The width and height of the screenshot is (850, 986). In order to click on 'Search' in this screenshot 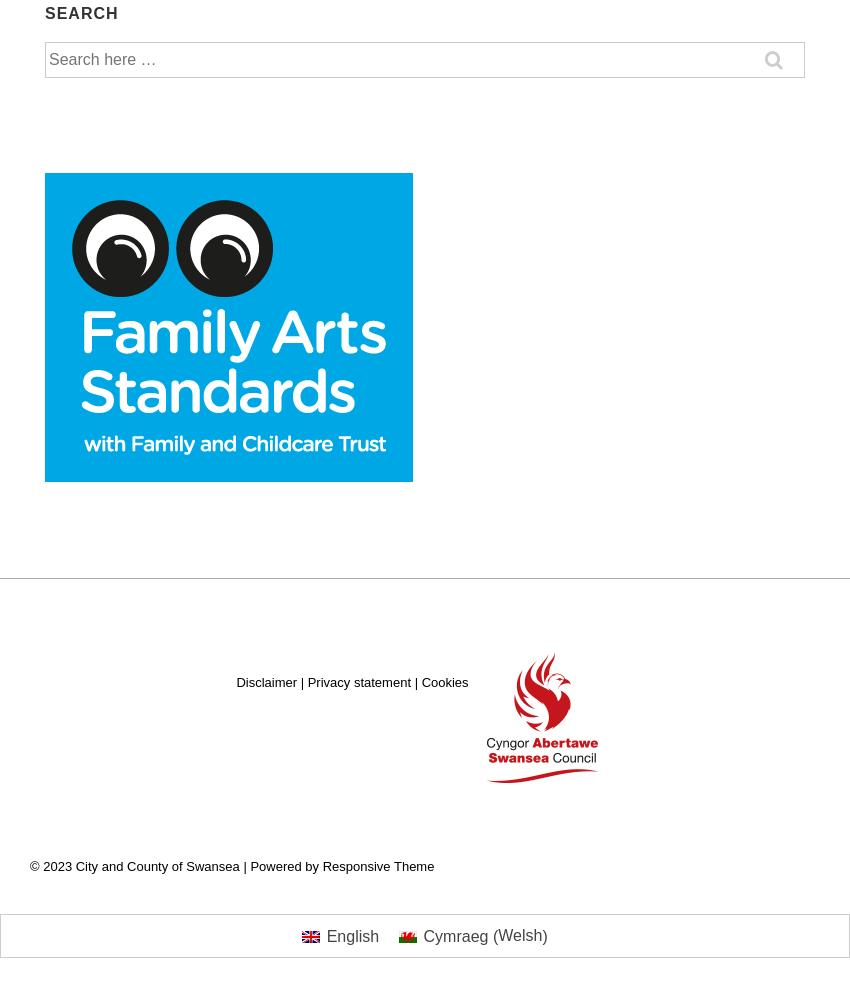, I will do `click(81, 11)`.